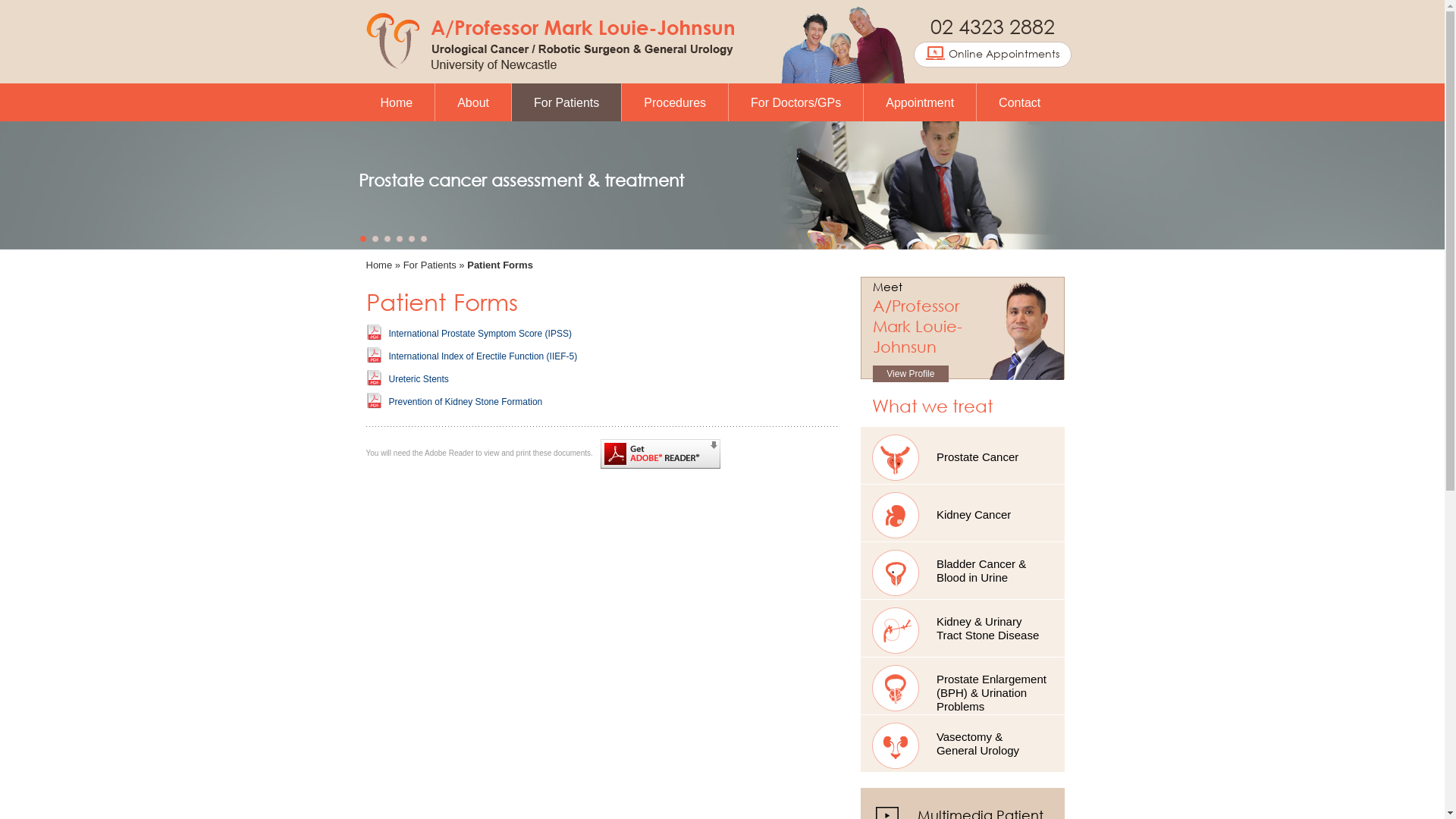 This screenshot has height=819, width=1456. What do you see at coordinates (962, 686) in the screenshot?
I see `'Prostate Enlargement` at bounding box center [962, 686].